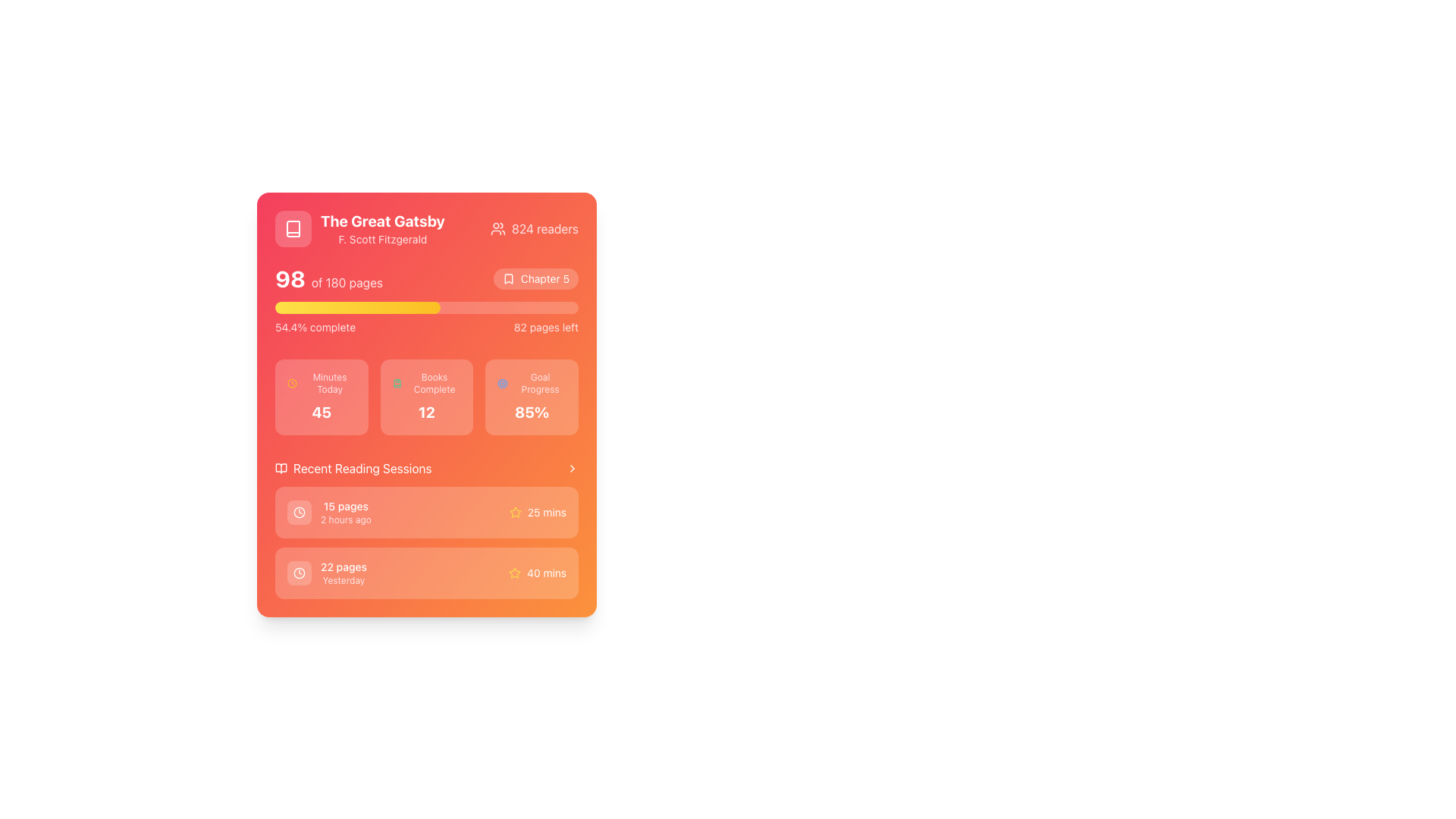 This screenshot has width=1456, height=819. I want to click on the golden amber star-shaped icon located next to the label '40 mins' in the 'Recent Reading Sessions' section, positioned in the second row, so click(515, 573).